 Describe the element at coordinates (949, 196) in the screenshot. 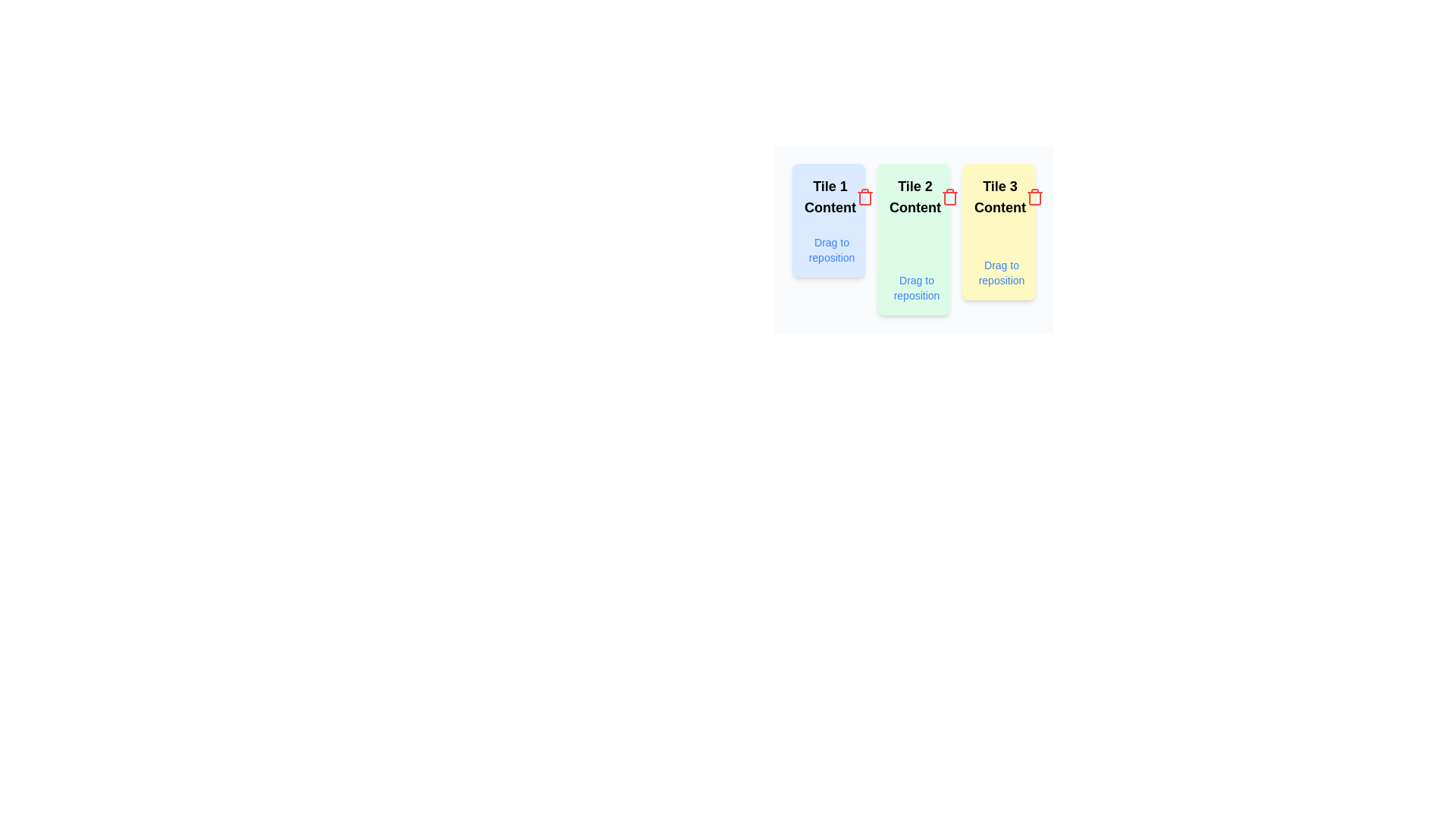

I see `the delete button located in the top-right corner of the 'Tile 2 Content' card` at that location.